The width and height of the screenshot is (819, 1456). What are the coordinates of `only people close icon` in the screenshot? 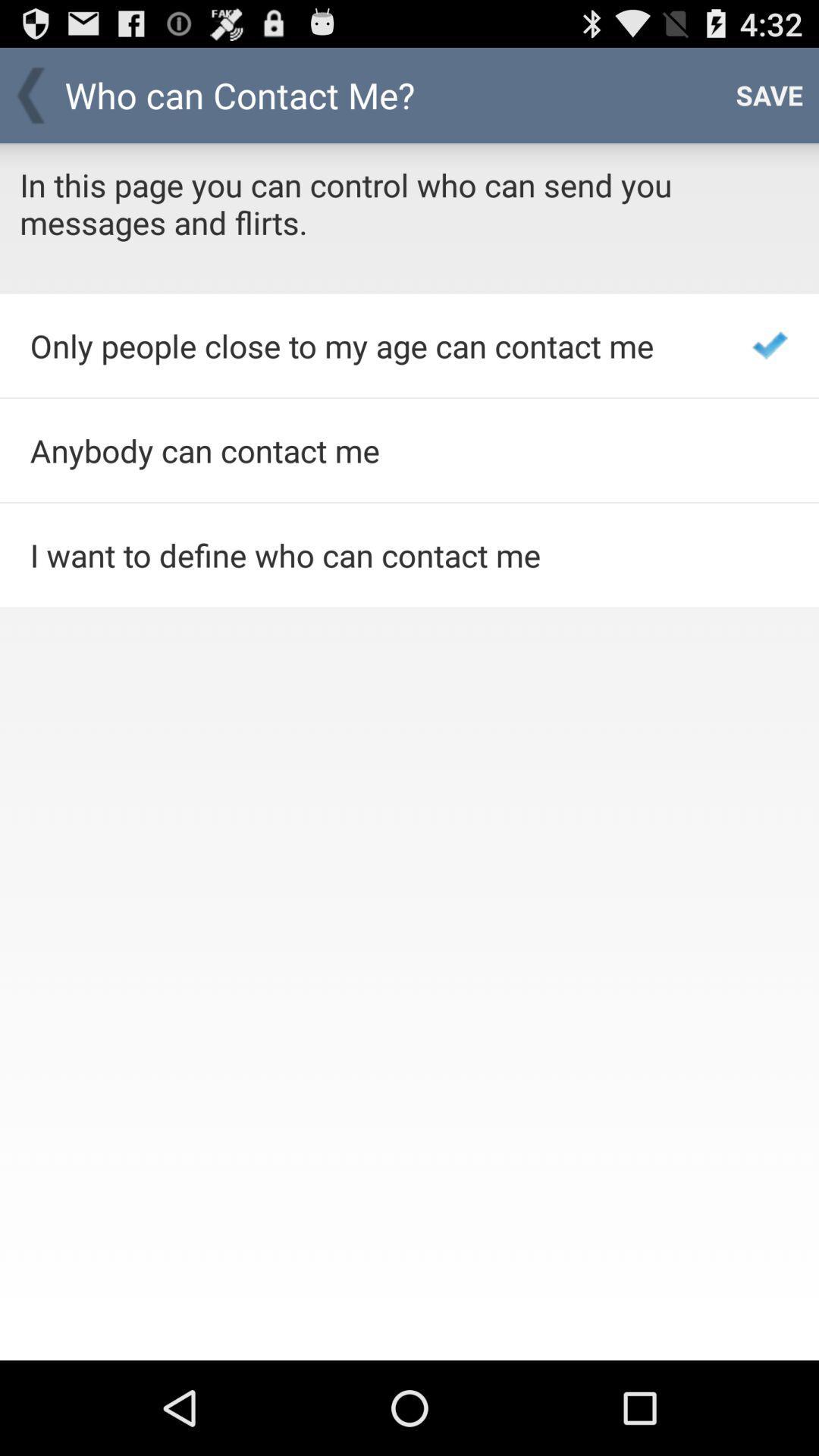 It's located at (371, 345).